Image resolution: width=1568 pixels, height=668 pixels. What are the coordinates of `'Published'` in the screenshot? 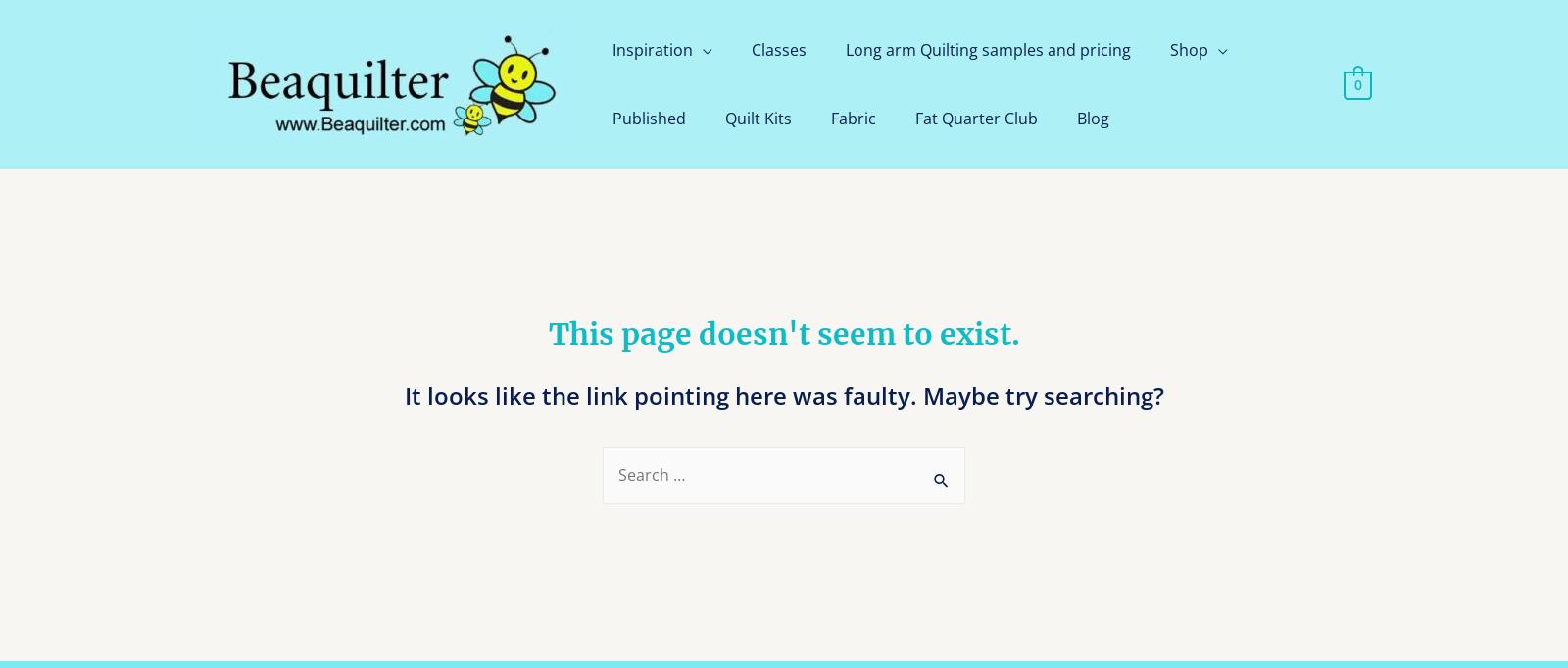 It's located at (612, 118).